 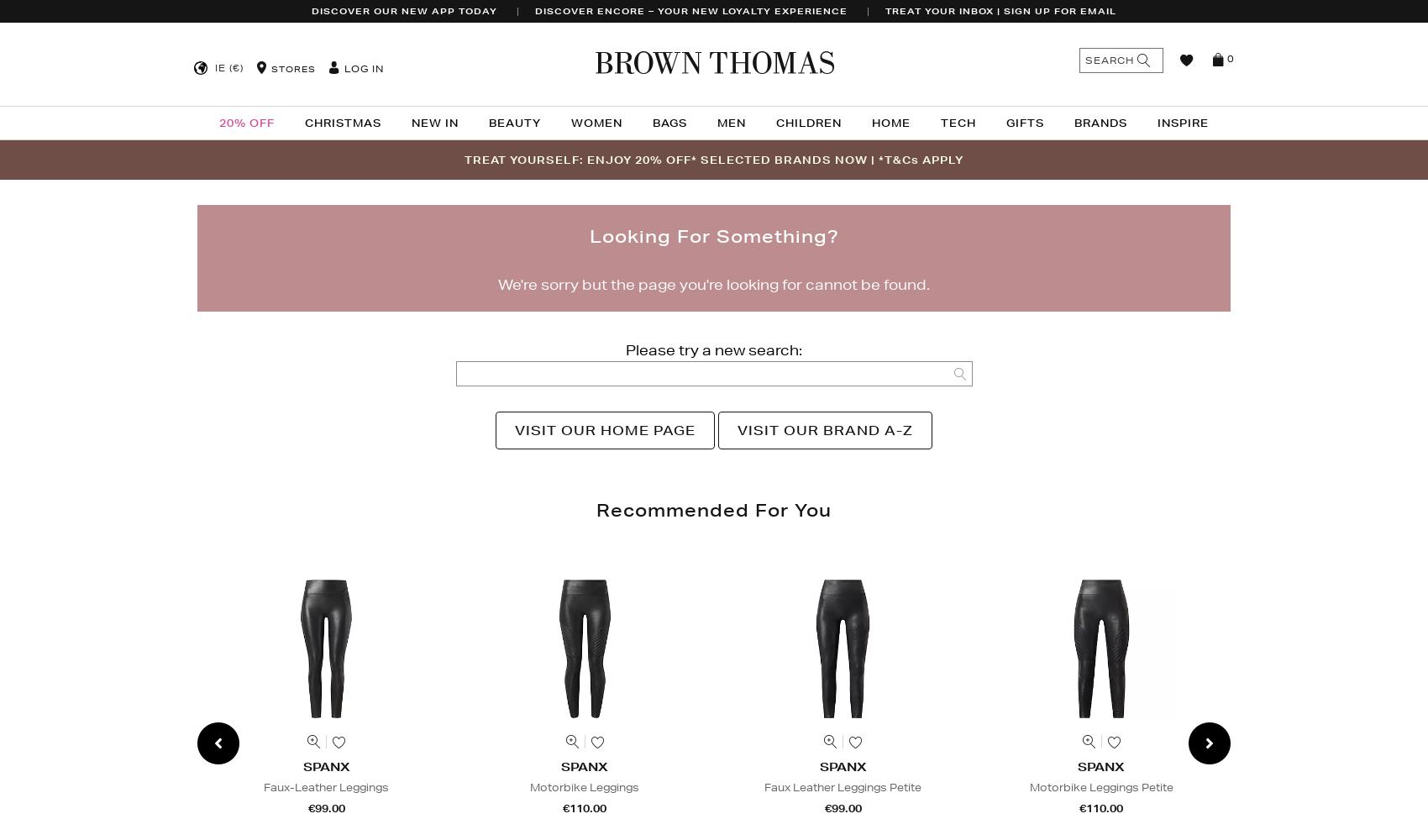 I want to click on 'Visit our home page', so click(x=605, y=430).